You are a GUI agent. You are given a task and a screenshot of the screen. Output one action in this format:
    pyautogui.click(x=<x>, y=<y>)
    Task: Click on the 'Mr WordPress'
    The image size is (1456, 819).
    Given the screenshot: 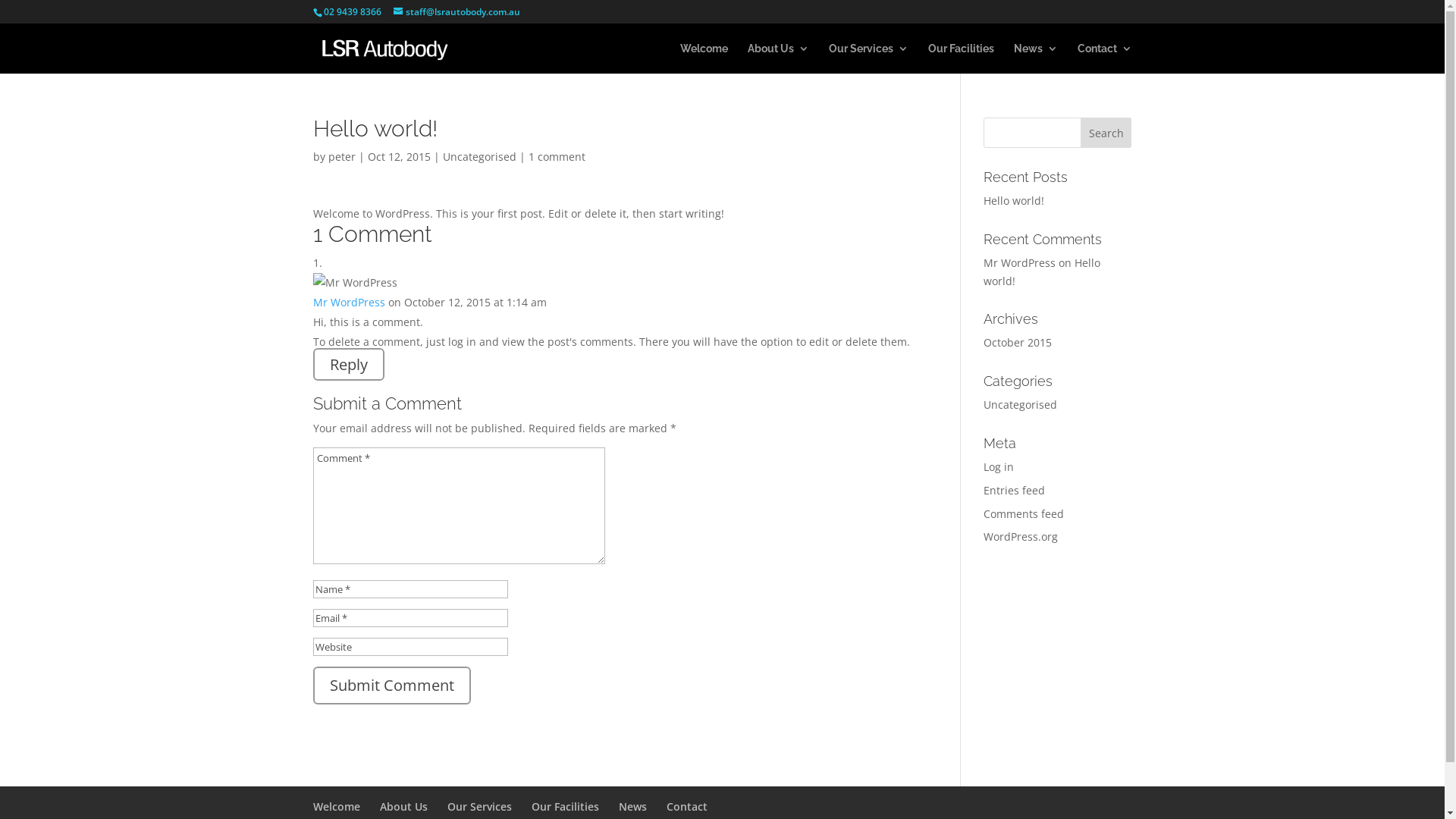 What is the action you would take?
    pyautogui.click(x=1019, y=262)
    